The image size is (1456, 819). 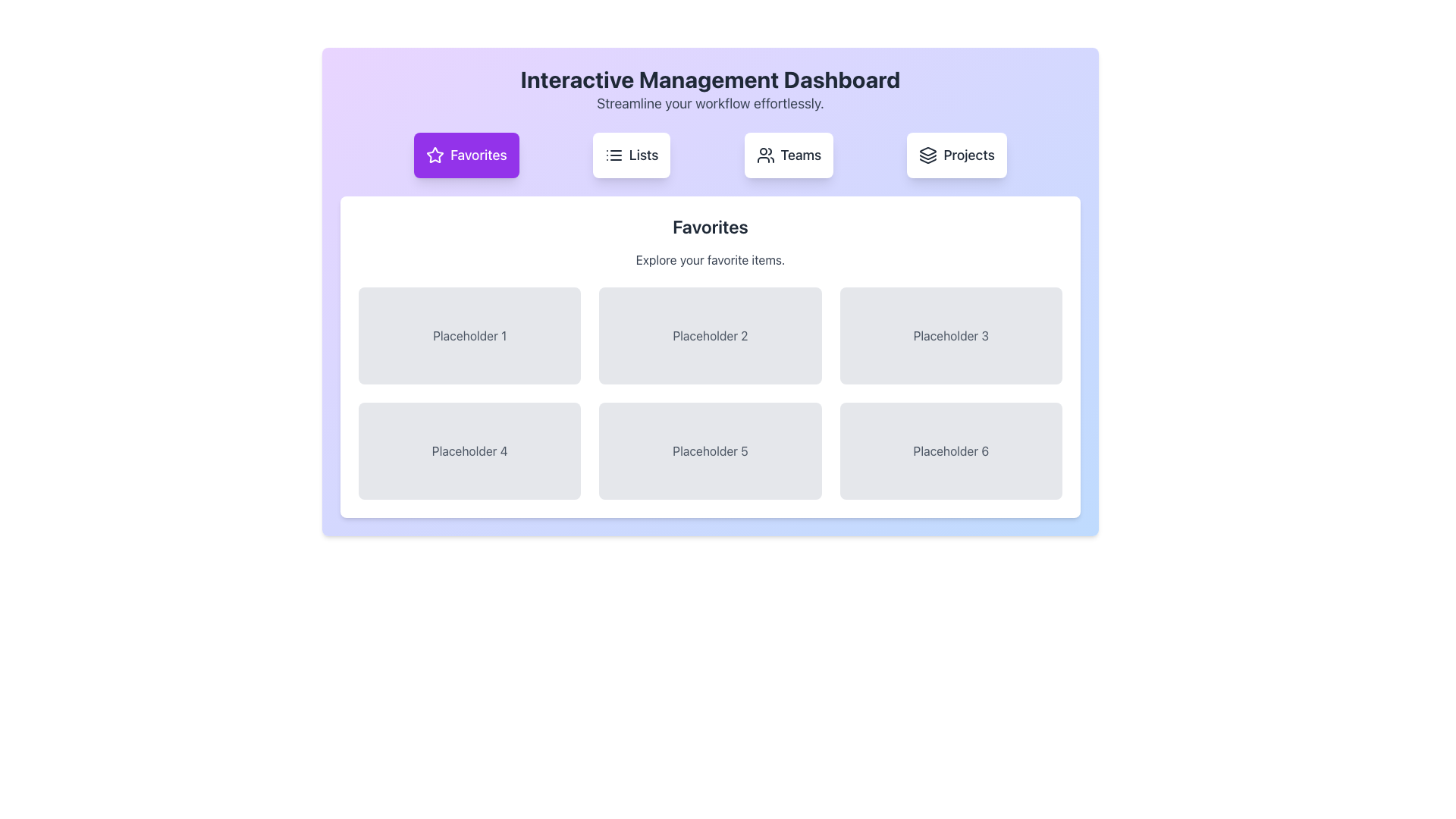 What do you see at coordinates (632, 155) in the screenshot?
I see `the second button in the navigation bar` at bounding box center [632, 155].